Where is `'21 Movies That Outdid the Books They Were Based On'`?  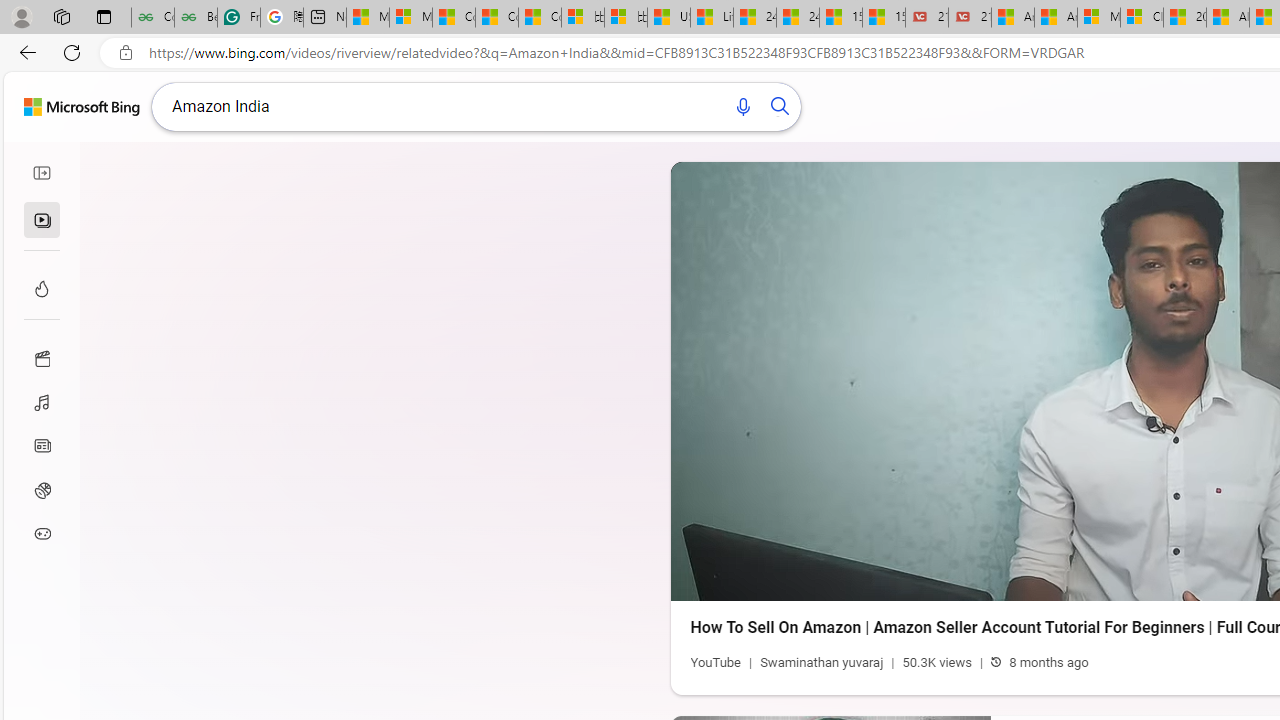
'21 Movies That Outdid the Books They Were Based On' is located at coordinates (969, 17).